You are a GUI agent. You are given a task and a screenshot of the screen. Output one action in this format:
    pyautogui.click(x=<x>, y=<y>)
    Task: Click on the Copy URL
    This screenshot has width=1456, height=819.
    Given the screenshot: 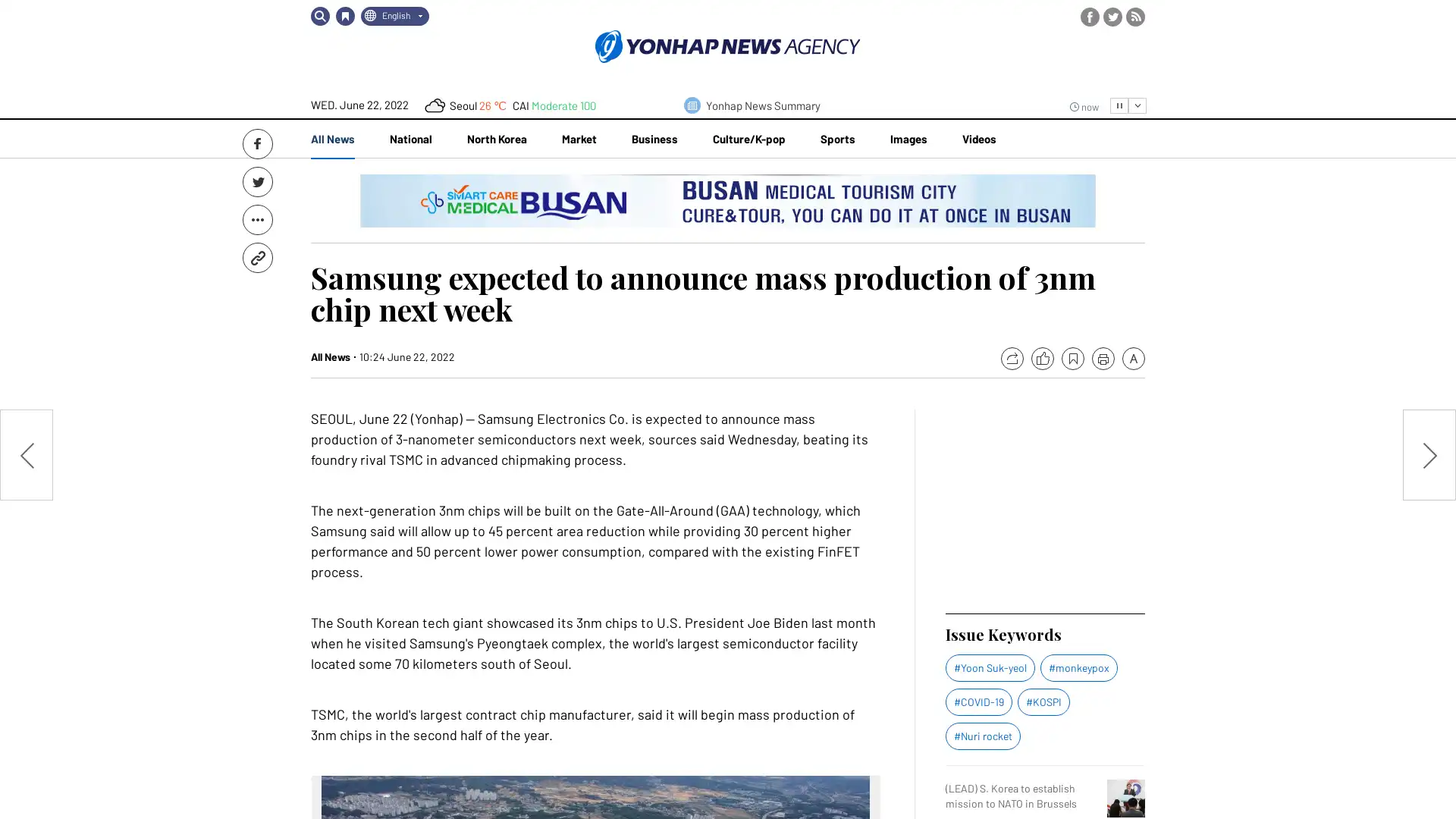 What is the action you would take?
    pyautogui.click(x=258, y=256)
    